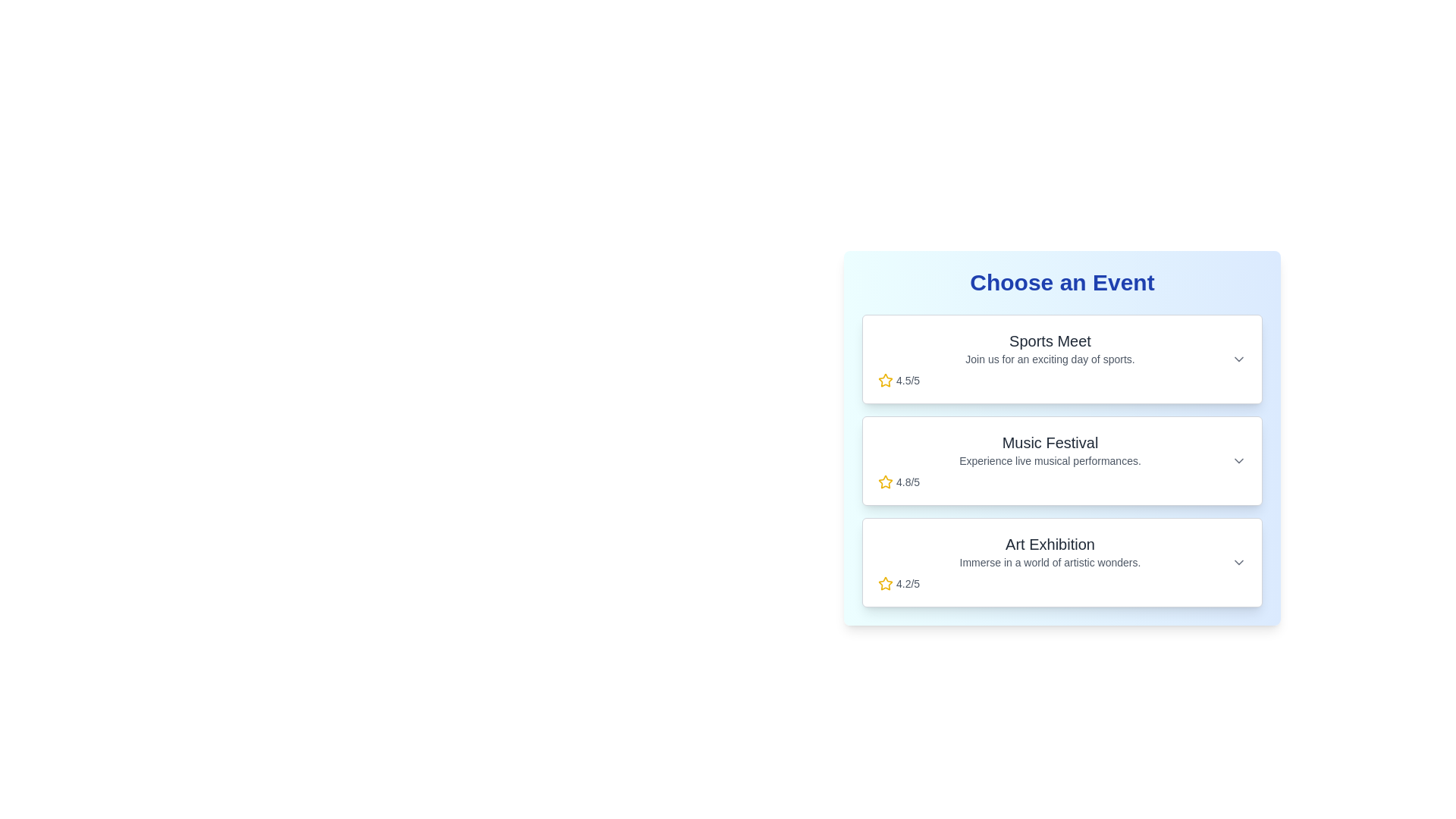 This screenshot has width=1456, height=819. Describe the element at coordinates (1050, 341) in the screenshot. I see `the text label or heading for the 'Sports Meet' event, which is positioned at the top center of the 'Choose an Event' interface` at that location.